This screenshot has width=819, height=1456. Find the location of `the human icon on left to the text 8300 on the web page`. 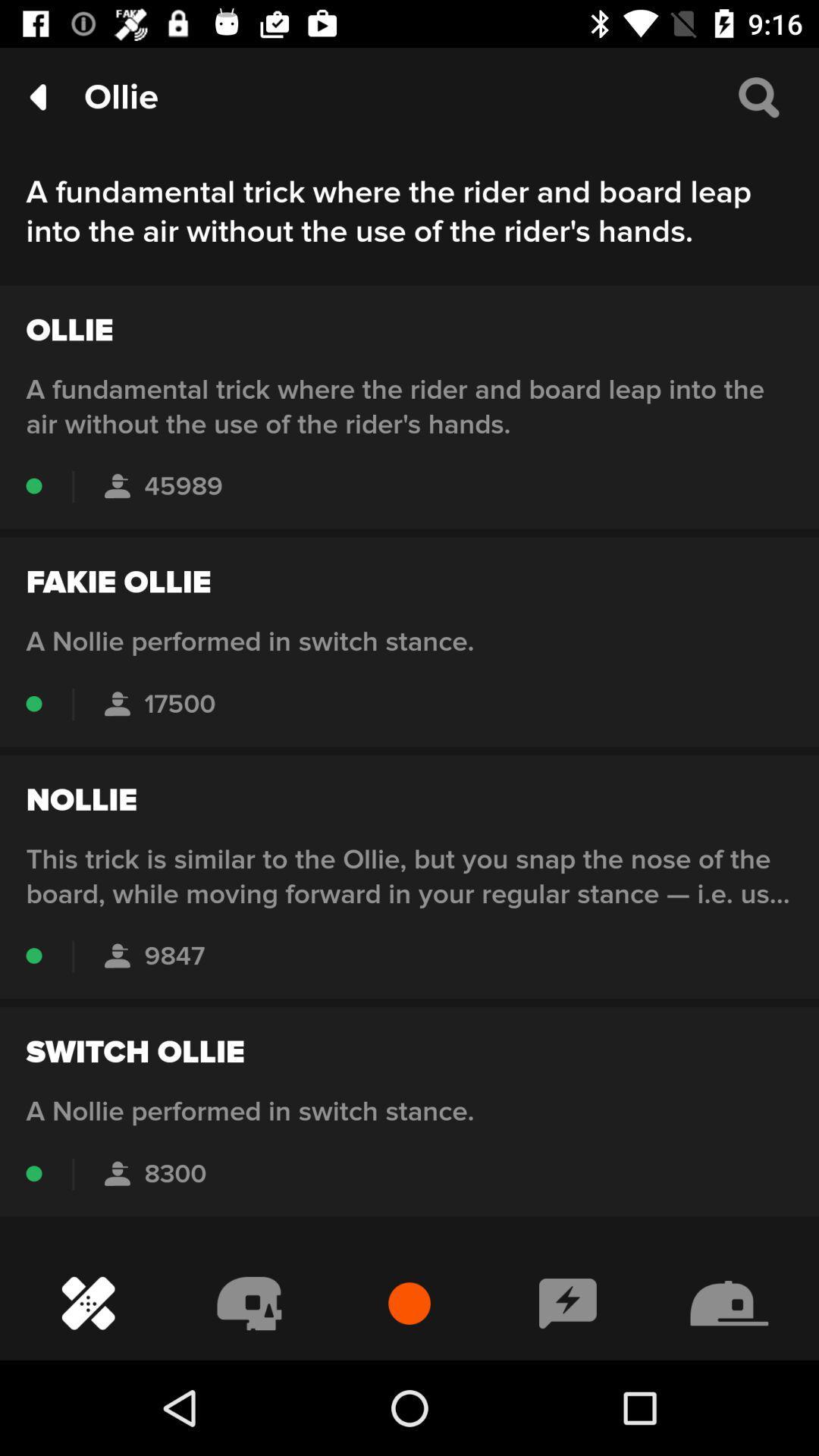

the human icon on left to the text 8300 on the web page is located at coordinates (116, 1173).